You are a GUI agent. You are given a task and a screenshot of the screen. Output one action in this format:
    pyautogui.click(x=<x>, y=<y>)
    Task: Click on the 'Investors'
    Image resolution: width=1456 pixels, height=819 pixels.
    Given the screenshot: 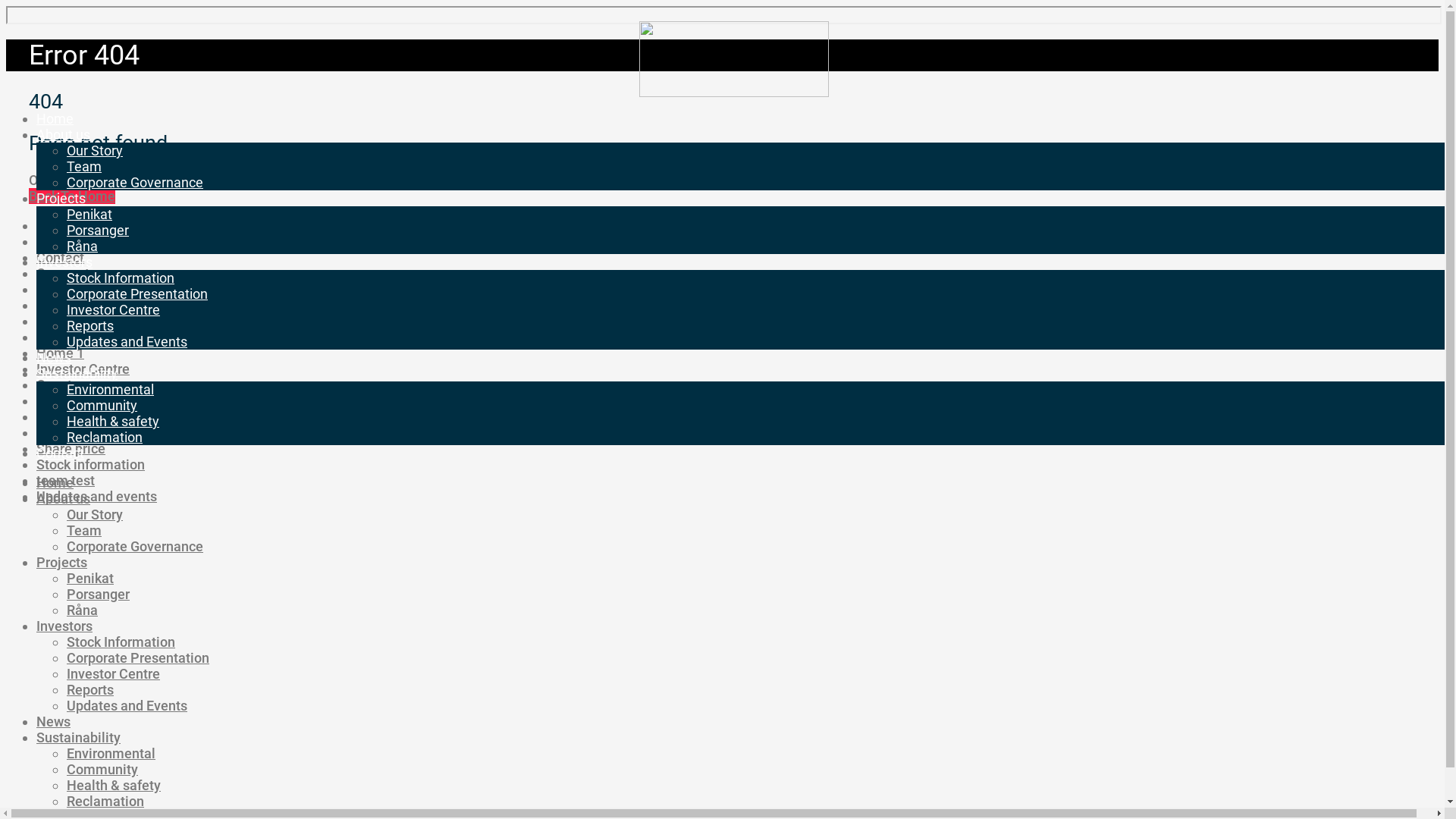 What is the action you would take?
    pyautogui.click(x=36, y=626)
    